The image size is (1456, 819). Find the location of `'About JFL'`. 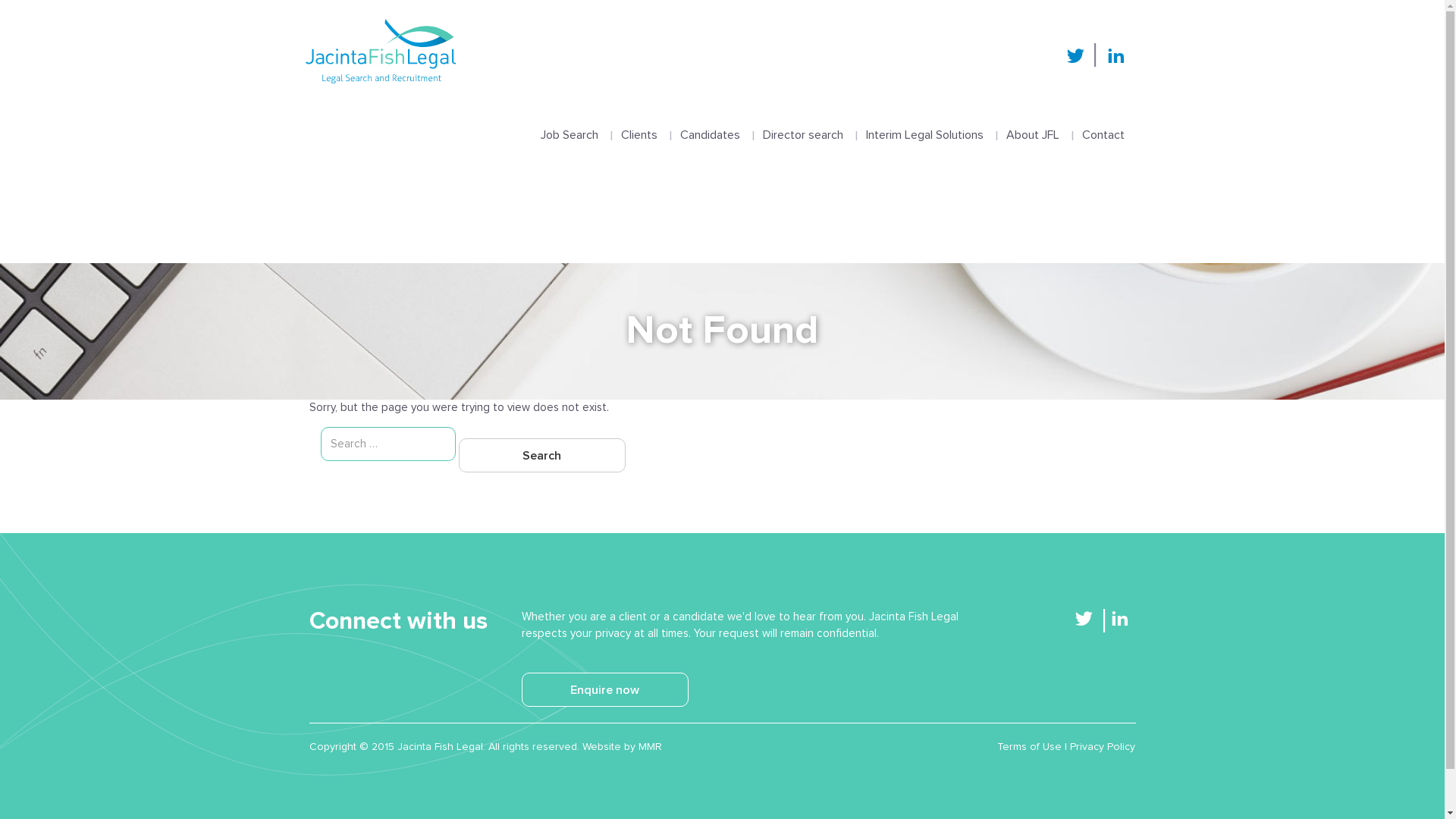

'About JFL' is located at coordinates (1032, 119).